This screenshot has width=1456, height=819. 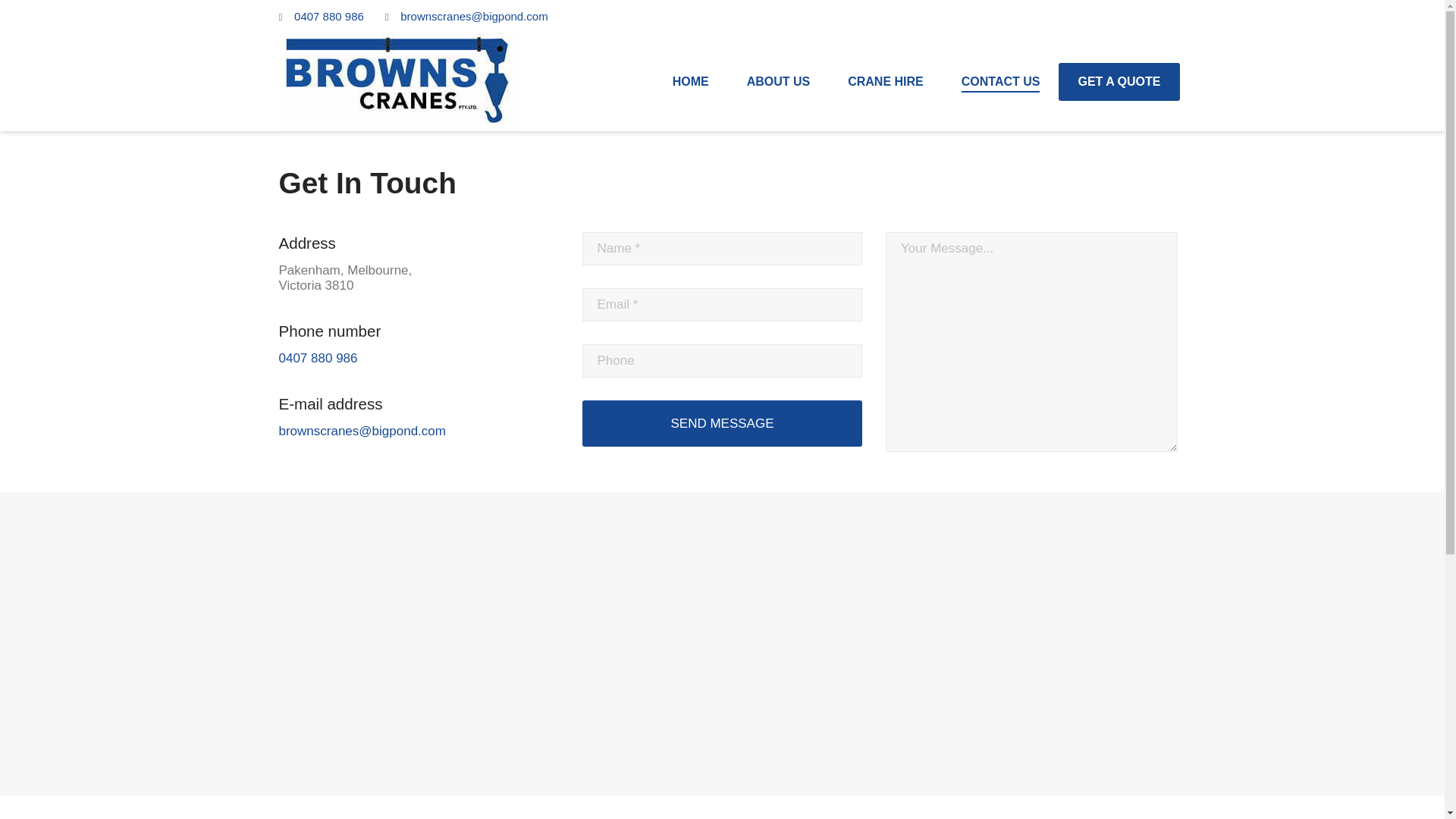 I want to click on 'CONTACT US', so click(x=960, y=82).